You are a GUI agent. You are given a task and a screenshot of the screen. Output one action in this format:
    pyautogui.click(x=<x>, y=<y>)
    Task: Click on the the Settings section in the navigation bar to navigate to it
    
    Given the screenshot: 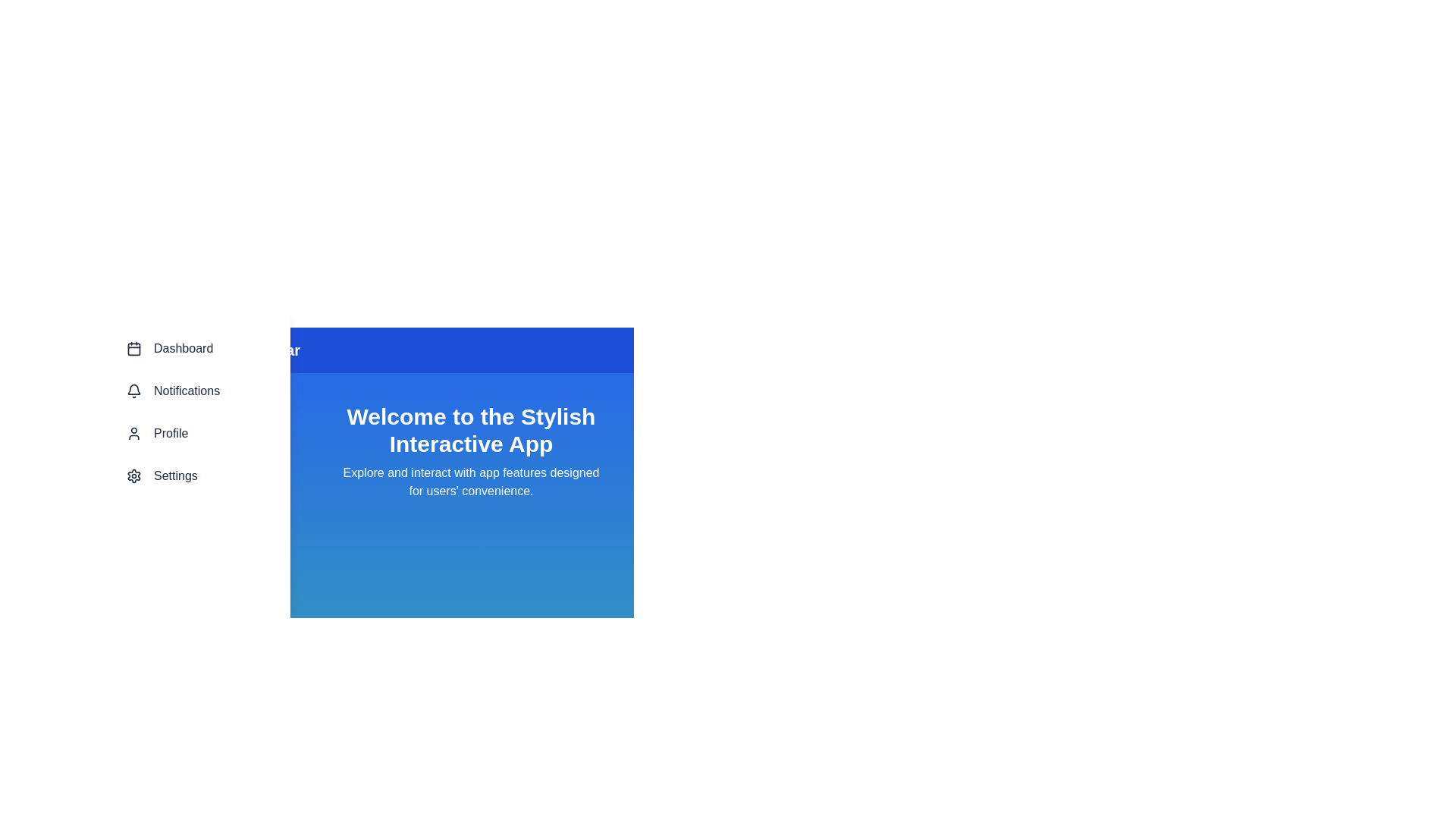 What is the action you would take?
    pyautogui.click(x=192, y=475)
    